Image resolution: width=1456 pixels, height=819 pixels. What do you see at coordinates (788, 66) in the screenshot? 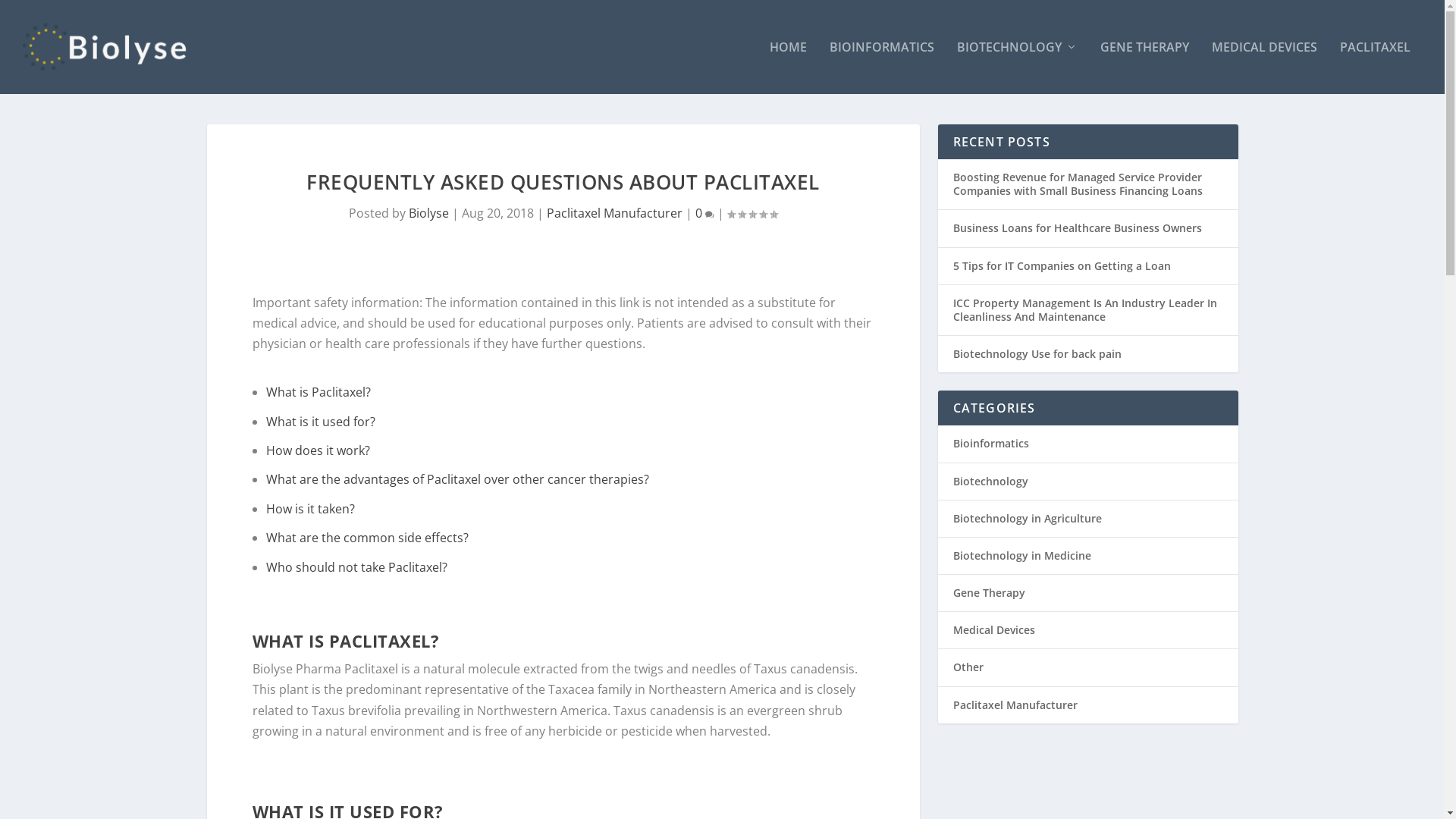
I see `'HOME'` at bounding box center [788, 66].